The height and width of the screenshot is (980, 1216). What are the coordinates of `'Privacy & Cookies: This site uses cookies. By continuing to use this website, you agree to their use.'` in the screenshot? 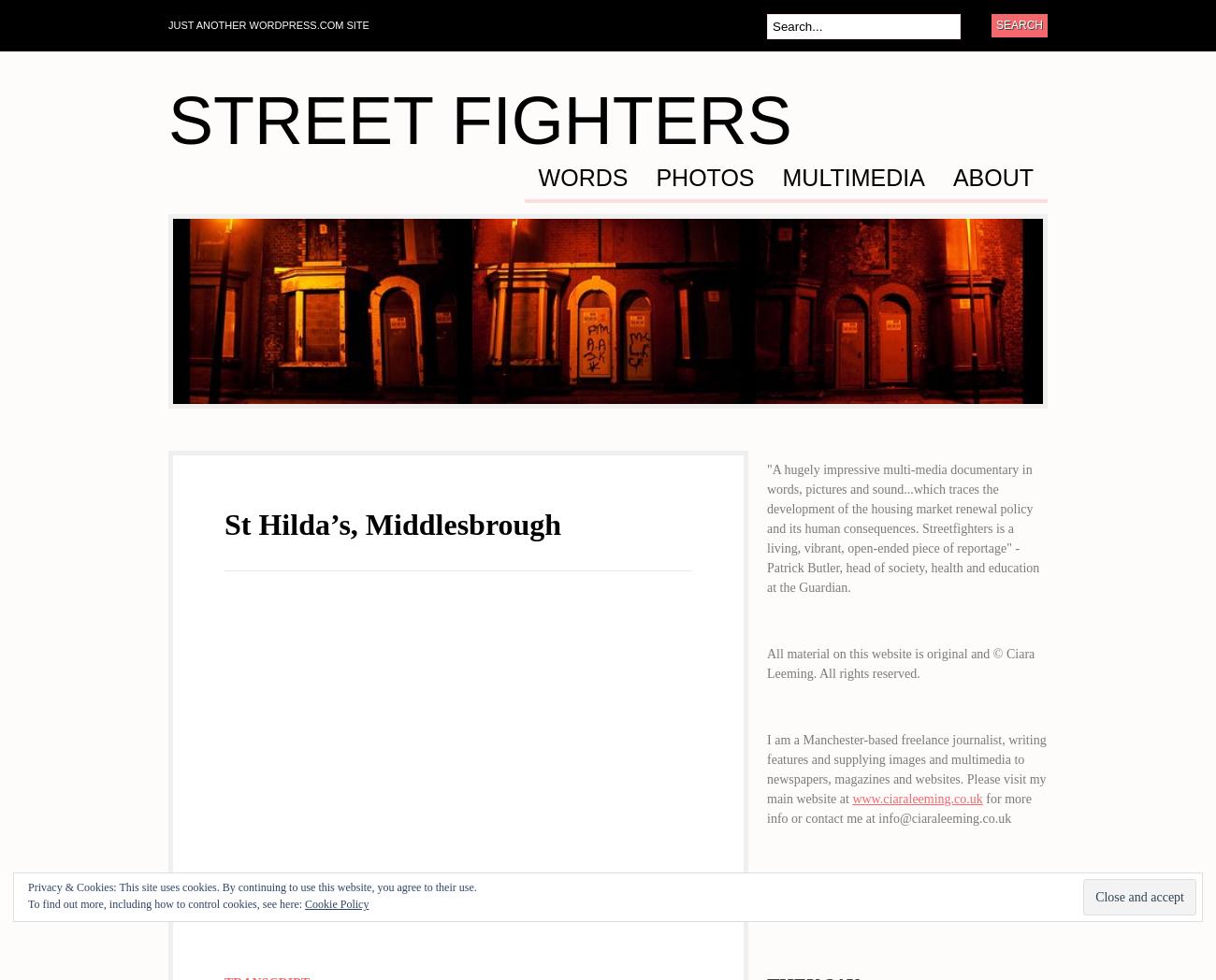 It's located at (251, 886).